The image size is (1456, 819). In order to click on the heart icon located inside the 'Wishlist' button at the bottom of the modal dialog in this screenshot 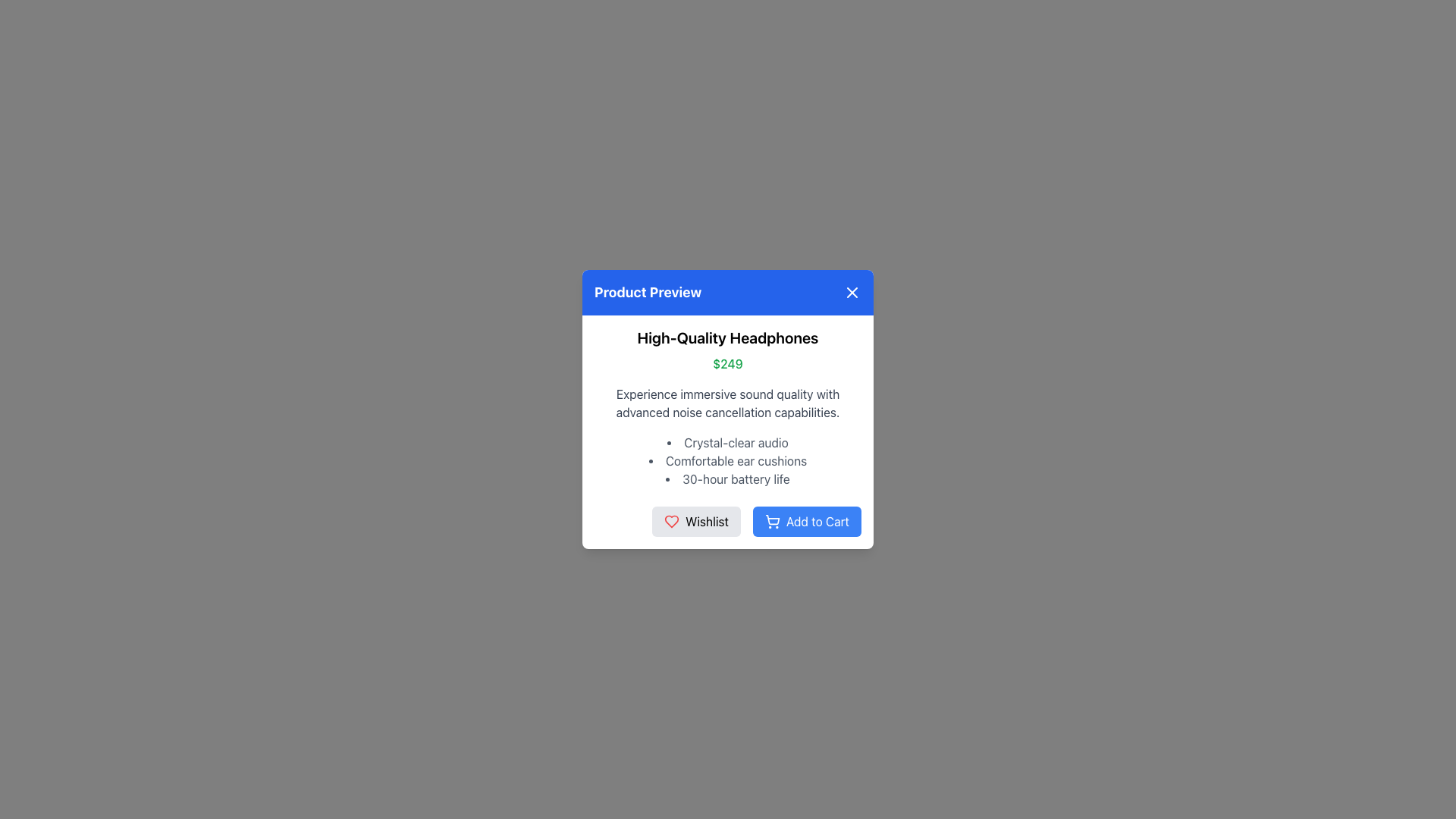, I will do `click(671, 520)`.